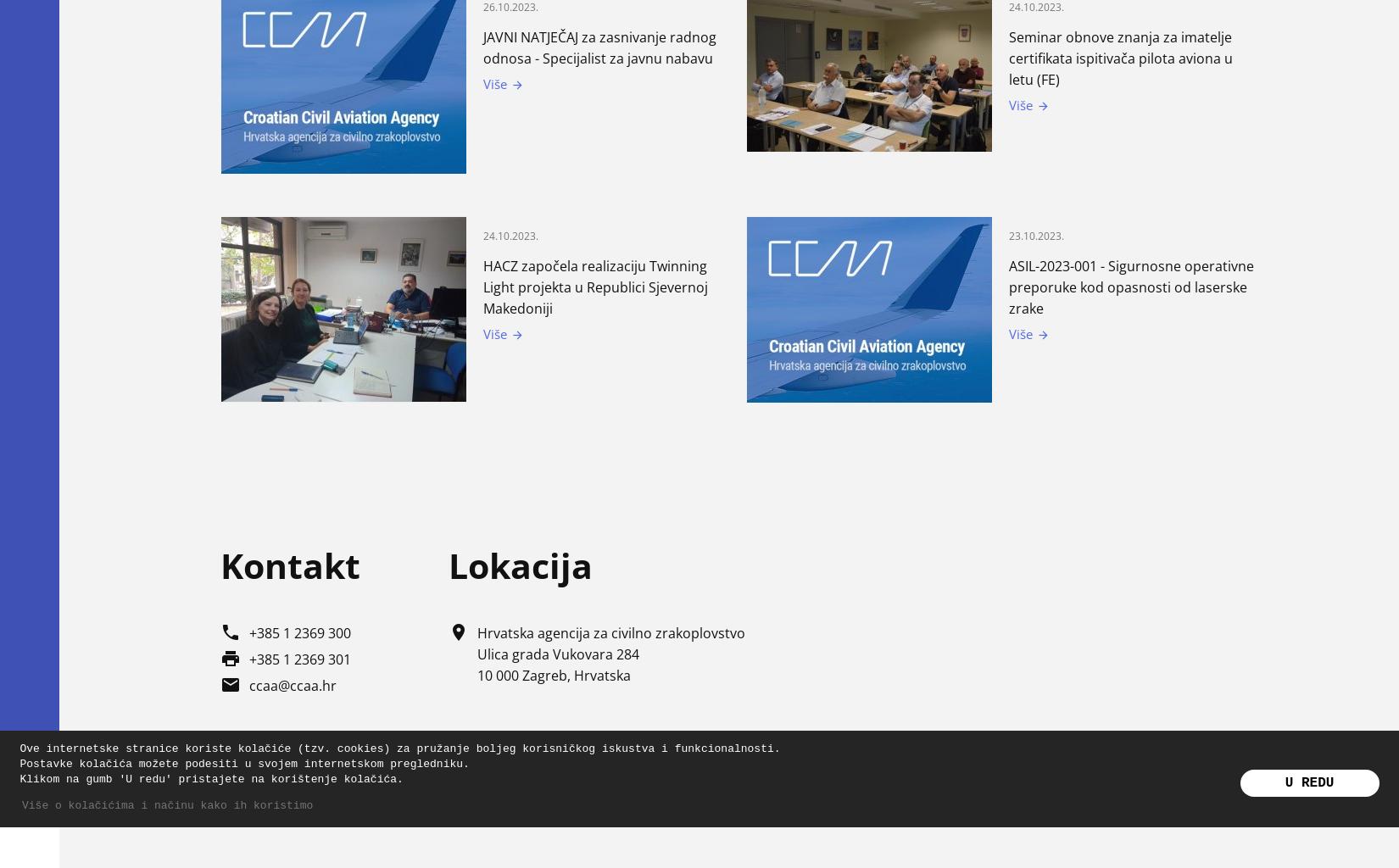 This screenshot has width=1399, height=868. I want to click on '+385 1 2369 301', so click(299, 659).